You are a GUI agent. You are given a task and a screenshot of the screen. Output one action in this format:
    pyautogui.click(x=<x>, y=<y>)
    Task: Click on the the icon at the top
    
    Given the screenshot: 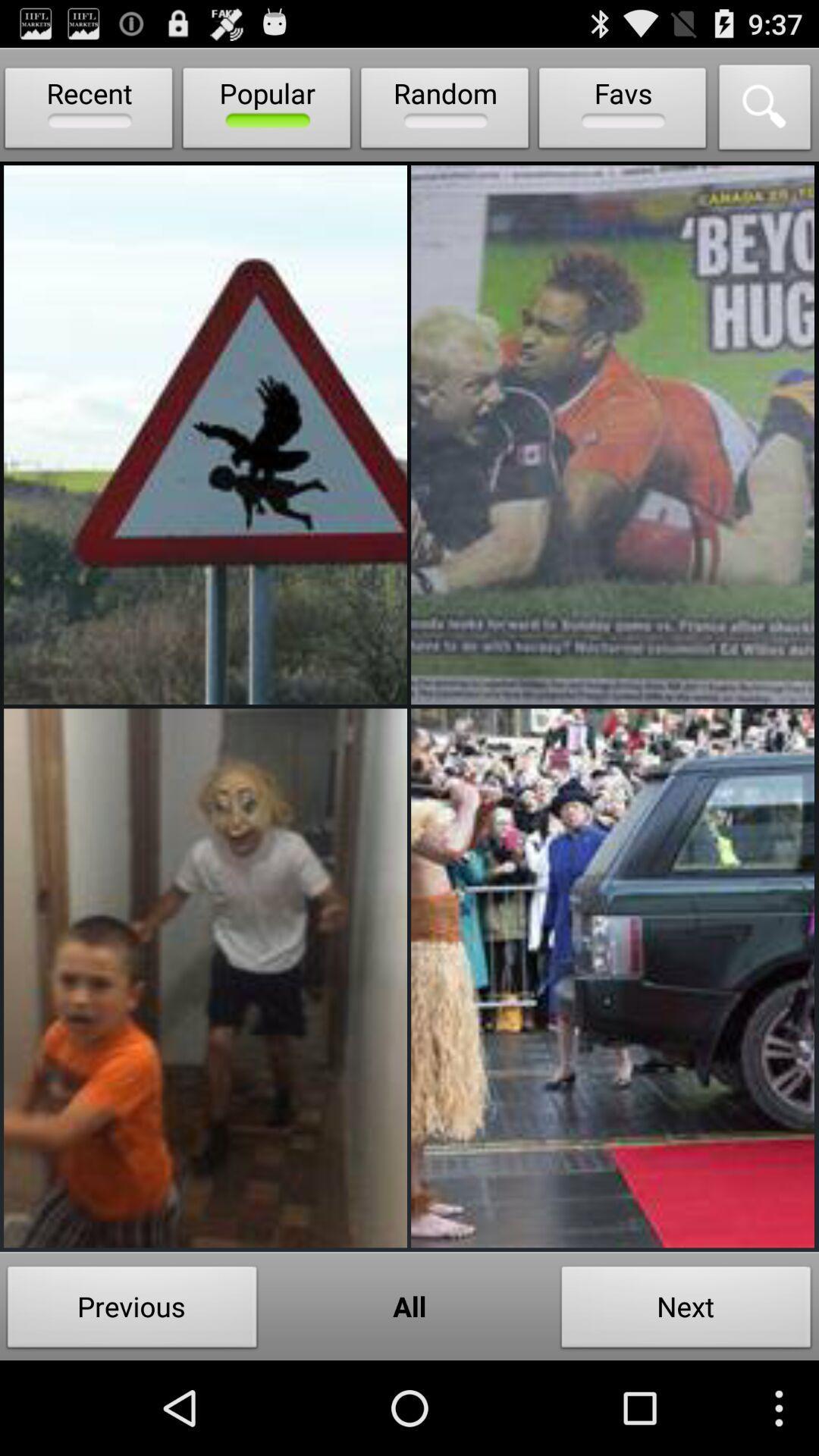 What is the action you would take?
    pyautogui.click(x=444, y=111)
    